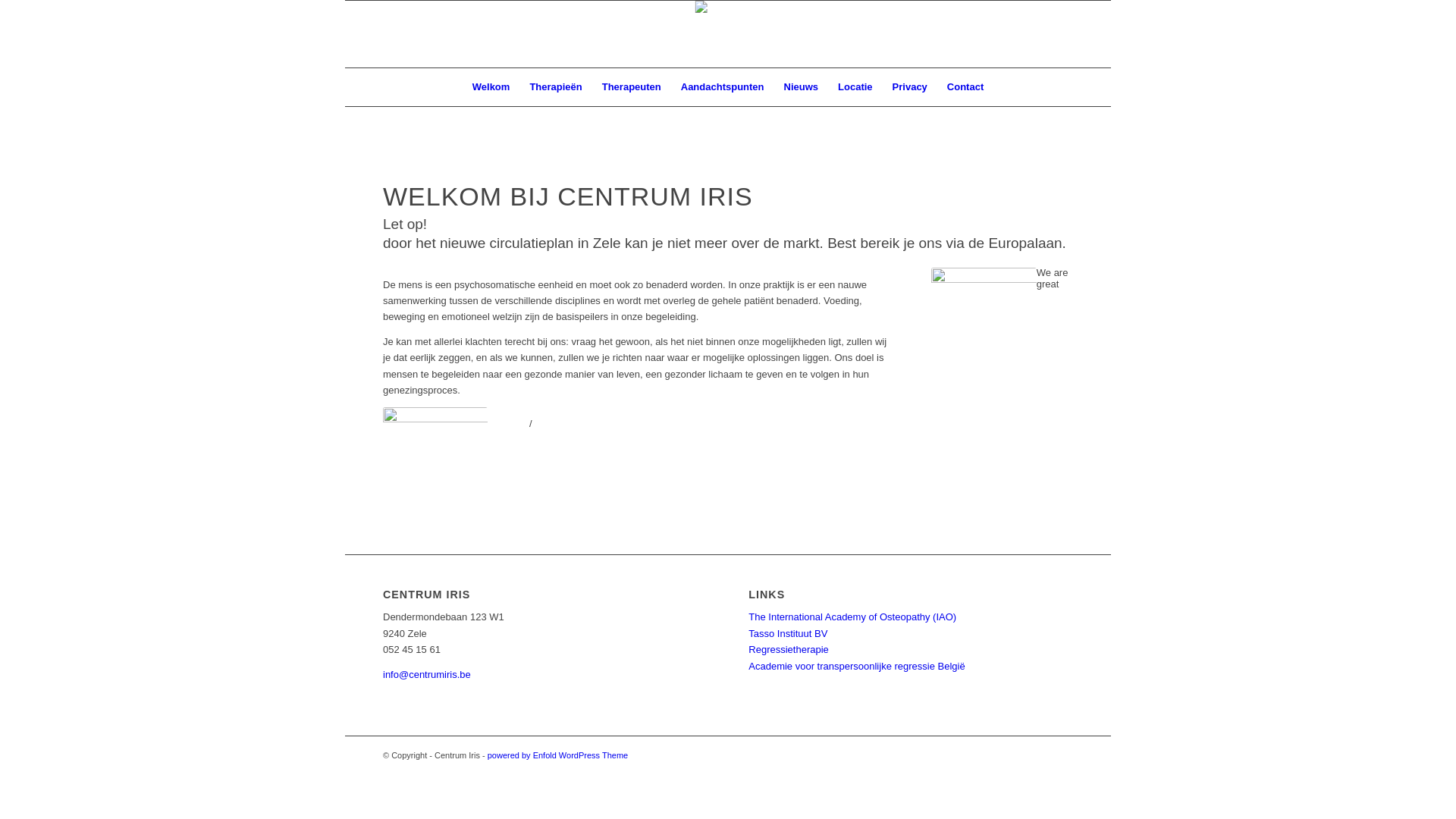 This screenshot has height=819, width=1456. Describe the element at coordinates (789, 648) in the screenshot. I see `'Regressietherapie'` at that location.